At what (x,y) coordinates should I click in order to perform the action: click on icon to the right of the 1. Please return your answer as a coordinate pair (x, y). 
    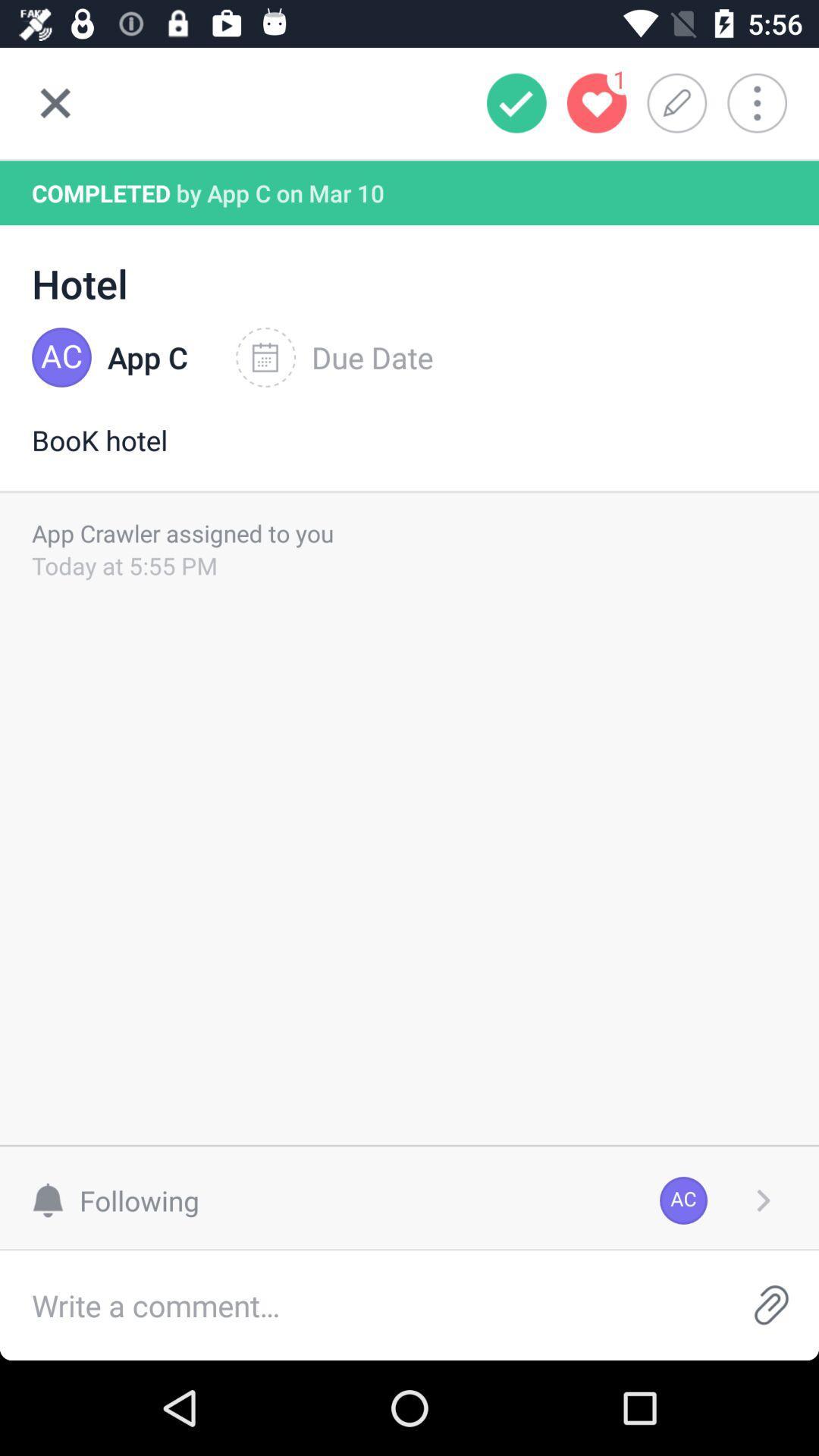
    Looking at the image, I should click on (681, 102).